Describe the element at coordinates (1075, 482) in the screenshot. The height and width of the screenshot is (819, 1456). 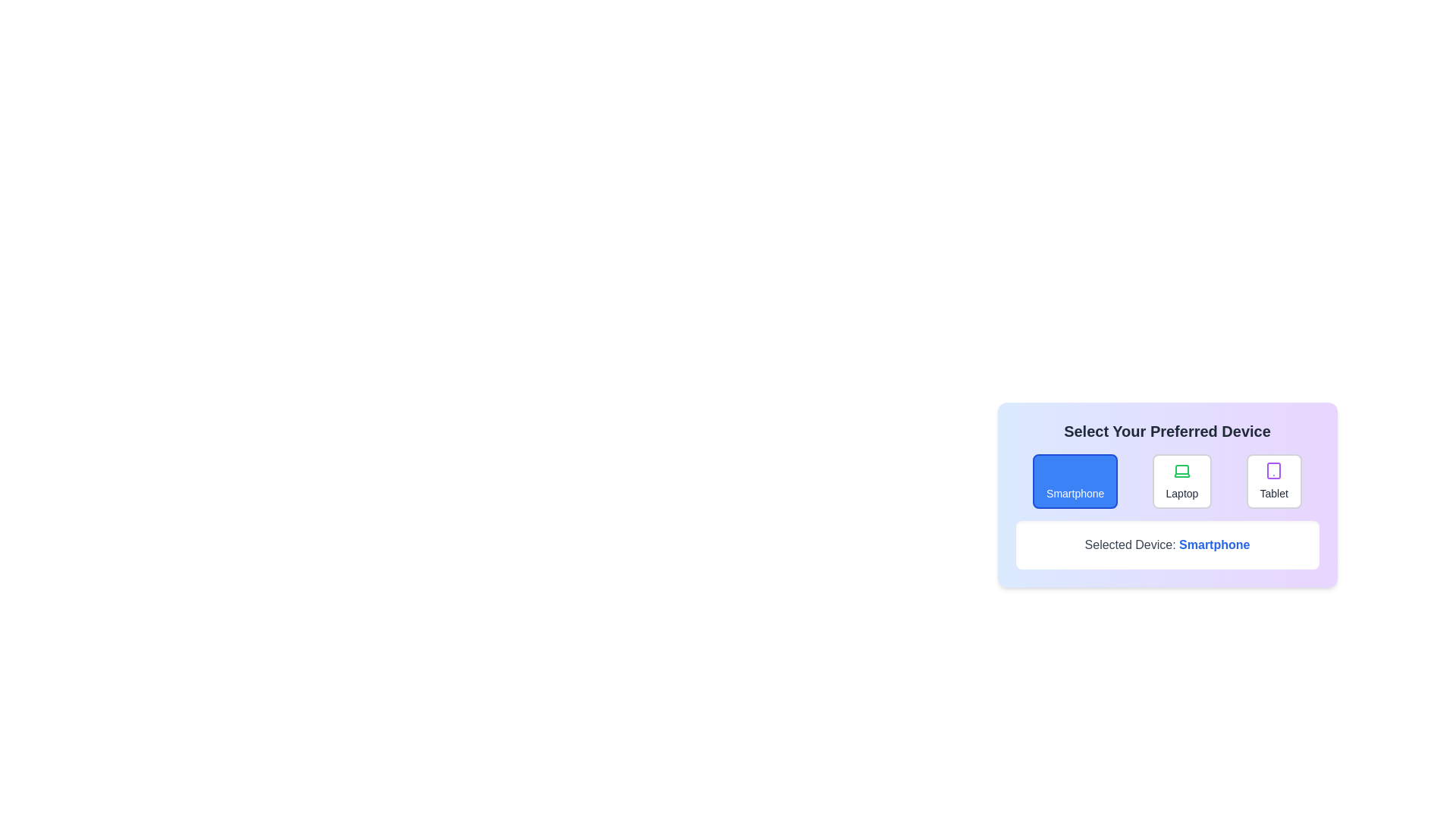
I see `the 'Smartphone' button` at that location.